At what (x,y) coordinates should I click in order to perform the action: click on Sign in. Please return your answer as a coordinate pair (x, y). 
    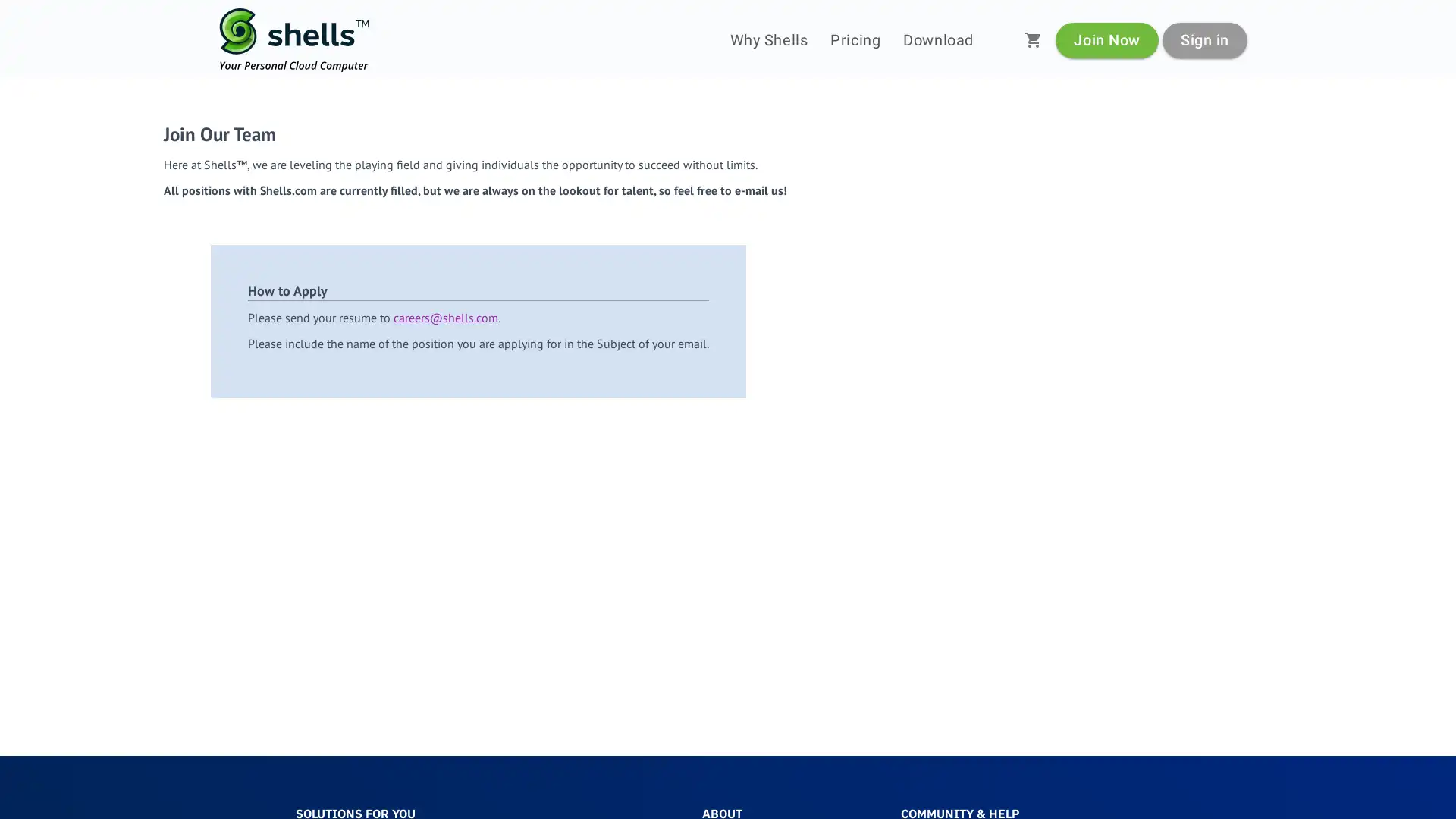
    Looking at the image, I should click on (1203, 39).